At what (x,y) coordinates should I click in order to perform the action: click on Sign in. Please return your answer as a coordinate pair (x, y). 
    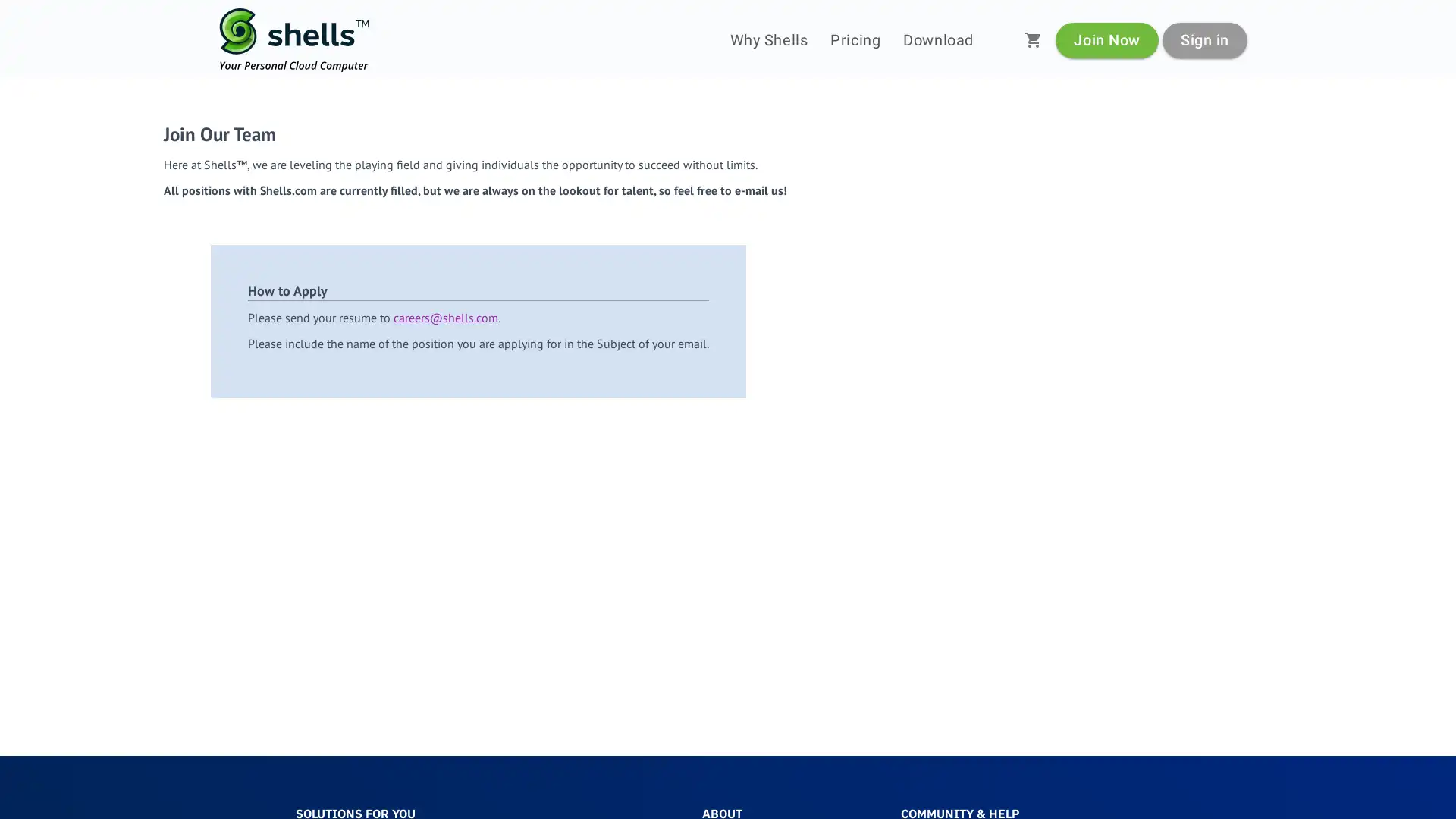
    Looking at the image, I should click on (1203, 39).